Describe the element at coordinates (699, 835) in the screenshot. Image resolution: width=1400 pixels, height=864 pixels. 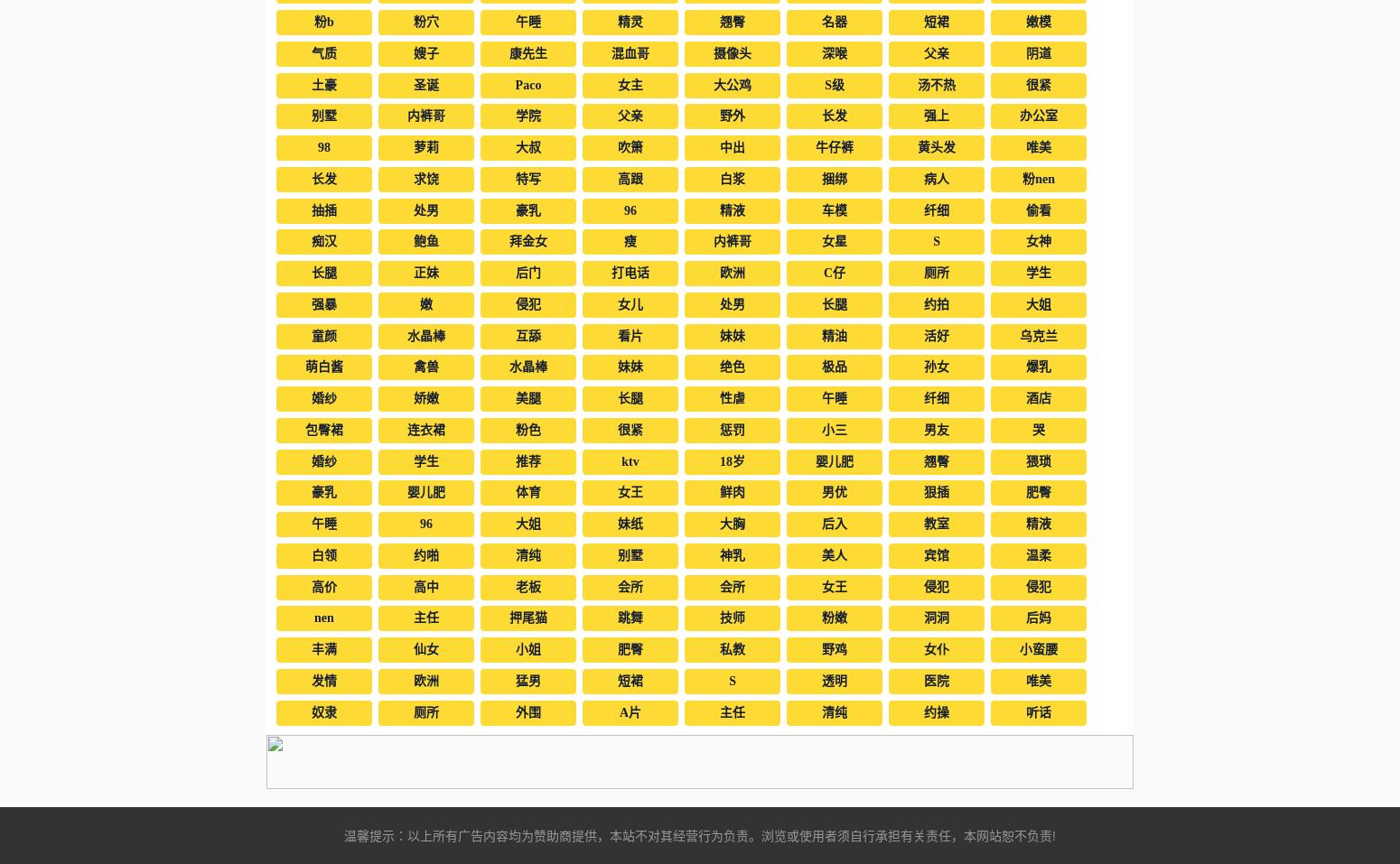
I see `'温馨提示：以上所有广告内容均为赞助商提供，本站不对其经营行为负责。浏览或使用者须自行承担有关责任，本网站恕不负责!'` at that location.